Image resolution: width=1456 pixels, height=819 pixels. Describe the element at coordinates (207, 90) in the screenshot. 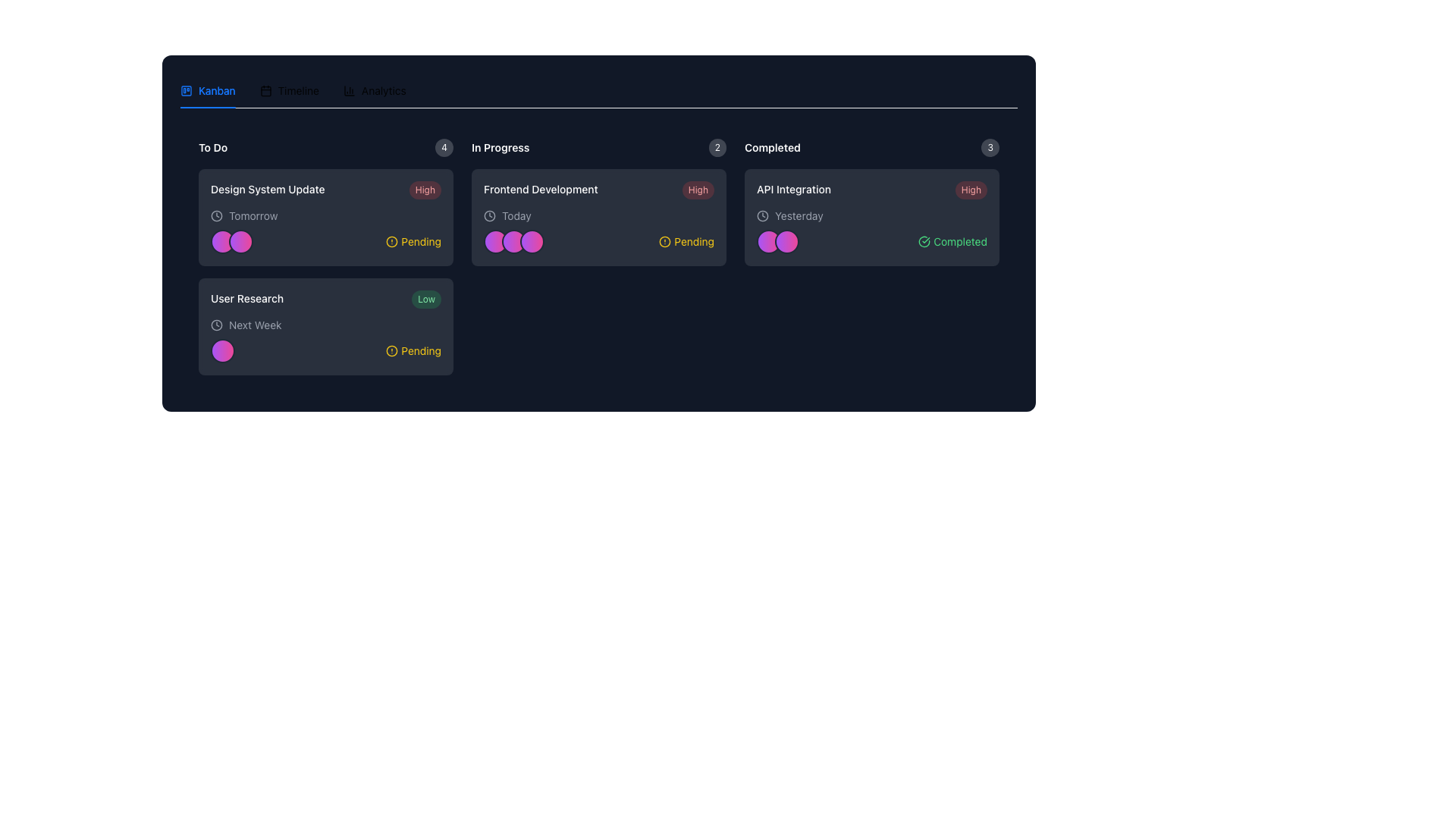

I see `the 'Kanban' tab located in the upper-left corner of the interface` at that location.